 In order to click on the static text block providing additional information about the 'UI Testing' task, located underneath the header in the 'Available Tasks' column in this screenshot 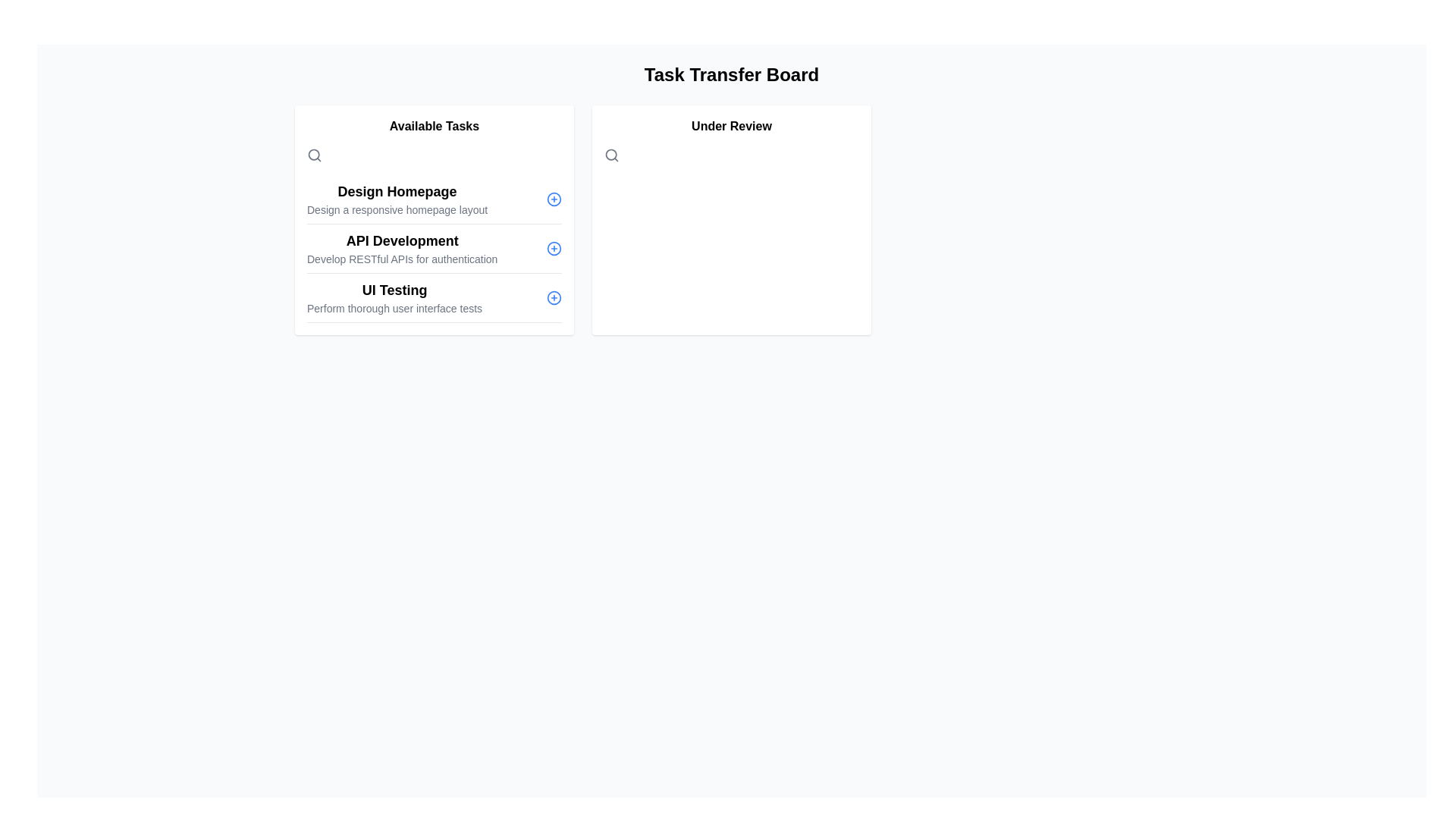, I will do `click(394, 308)`.